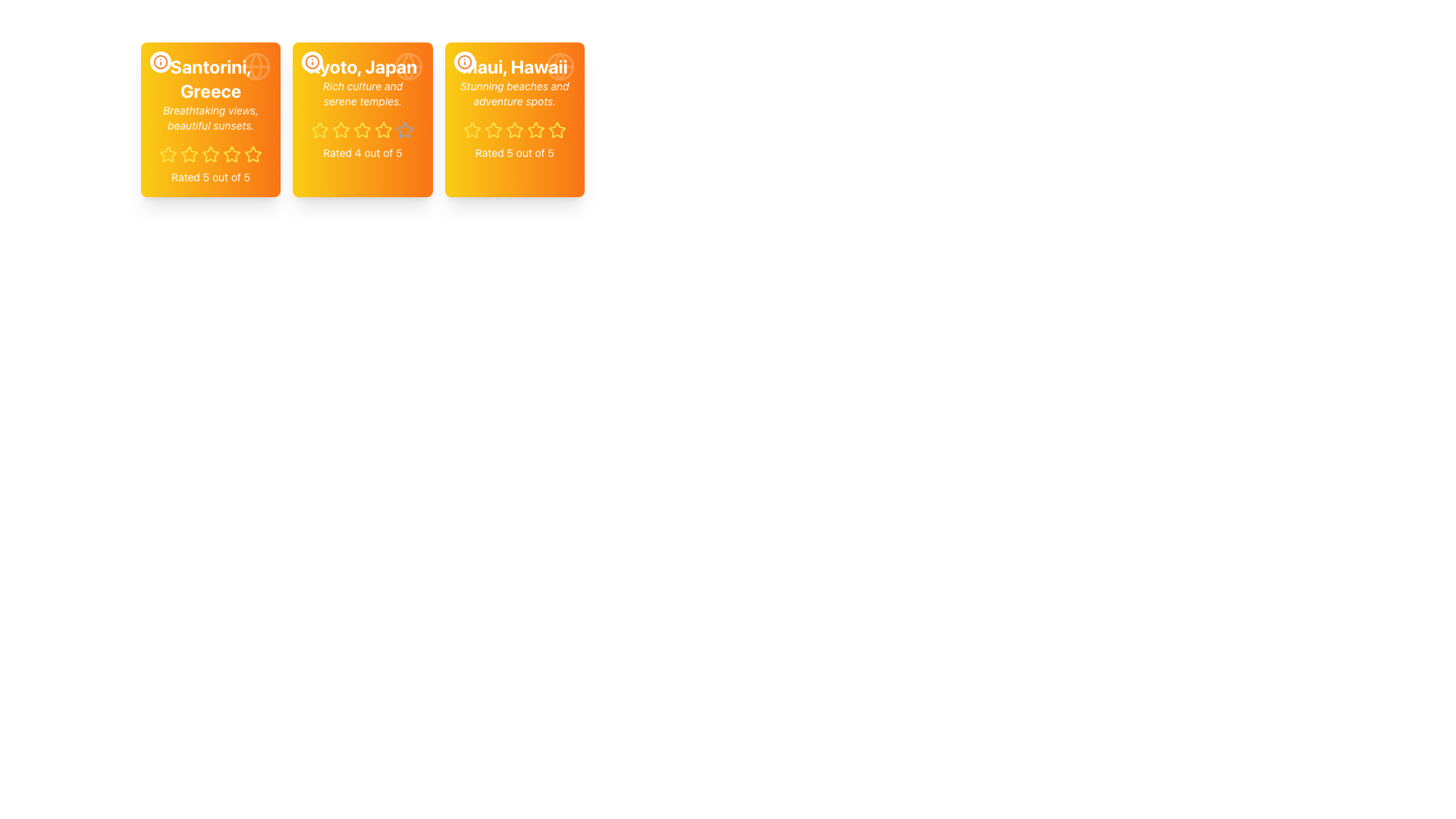 This screenshot has width=1456, height=819. What do you see at coordinates (560, 66) in the screenshot?
I see `the circular globe icon in the top-right corner of the 'Maui, Hawaii' card, which has an orange gradient background` at bounding box center [560, 66].